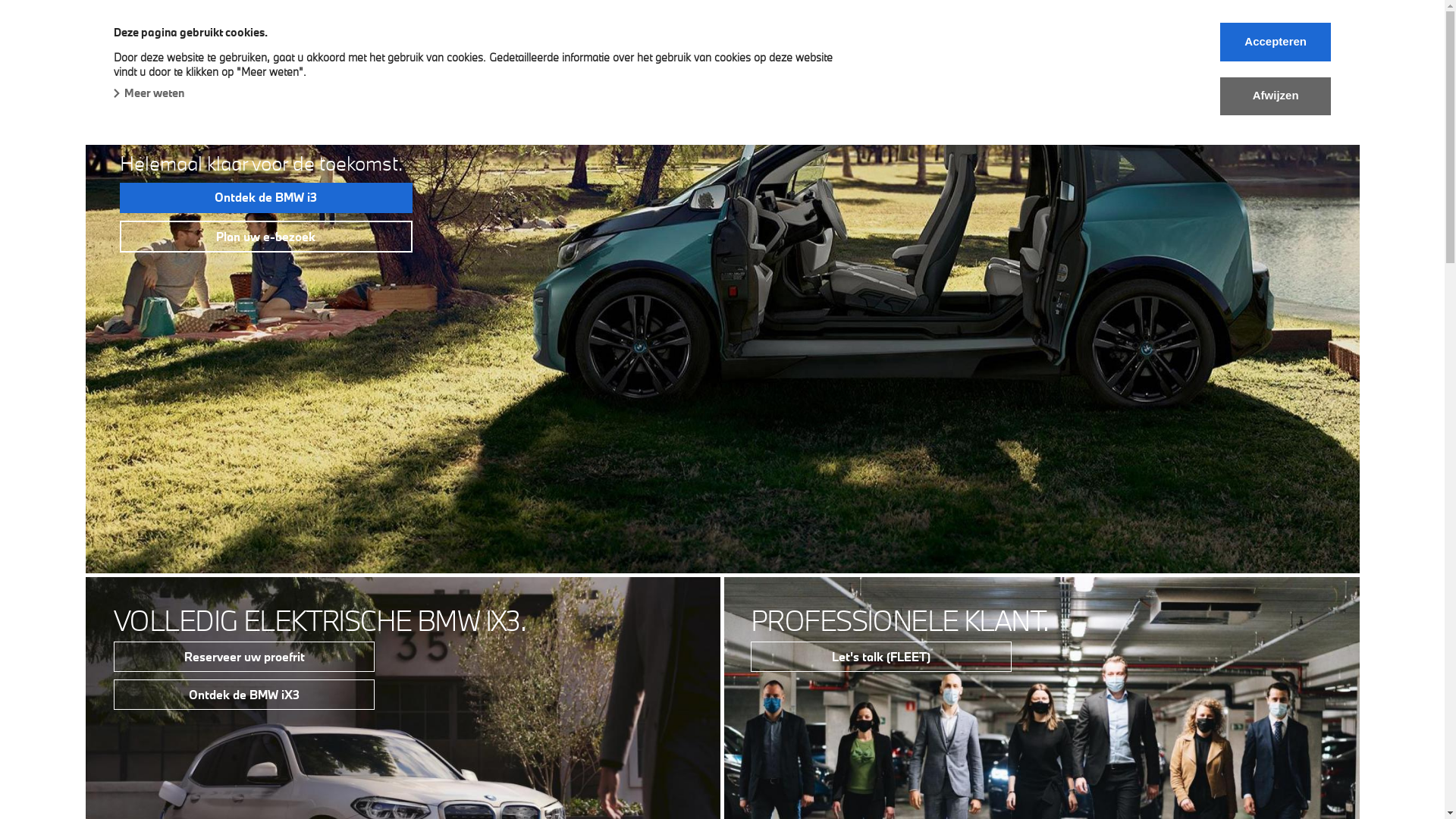 This screenshot has height=819, width=1456. Describe the element at coordinates (265, 237) in the screenshot. I see `'Plan uw e-bezoek'` at that location.